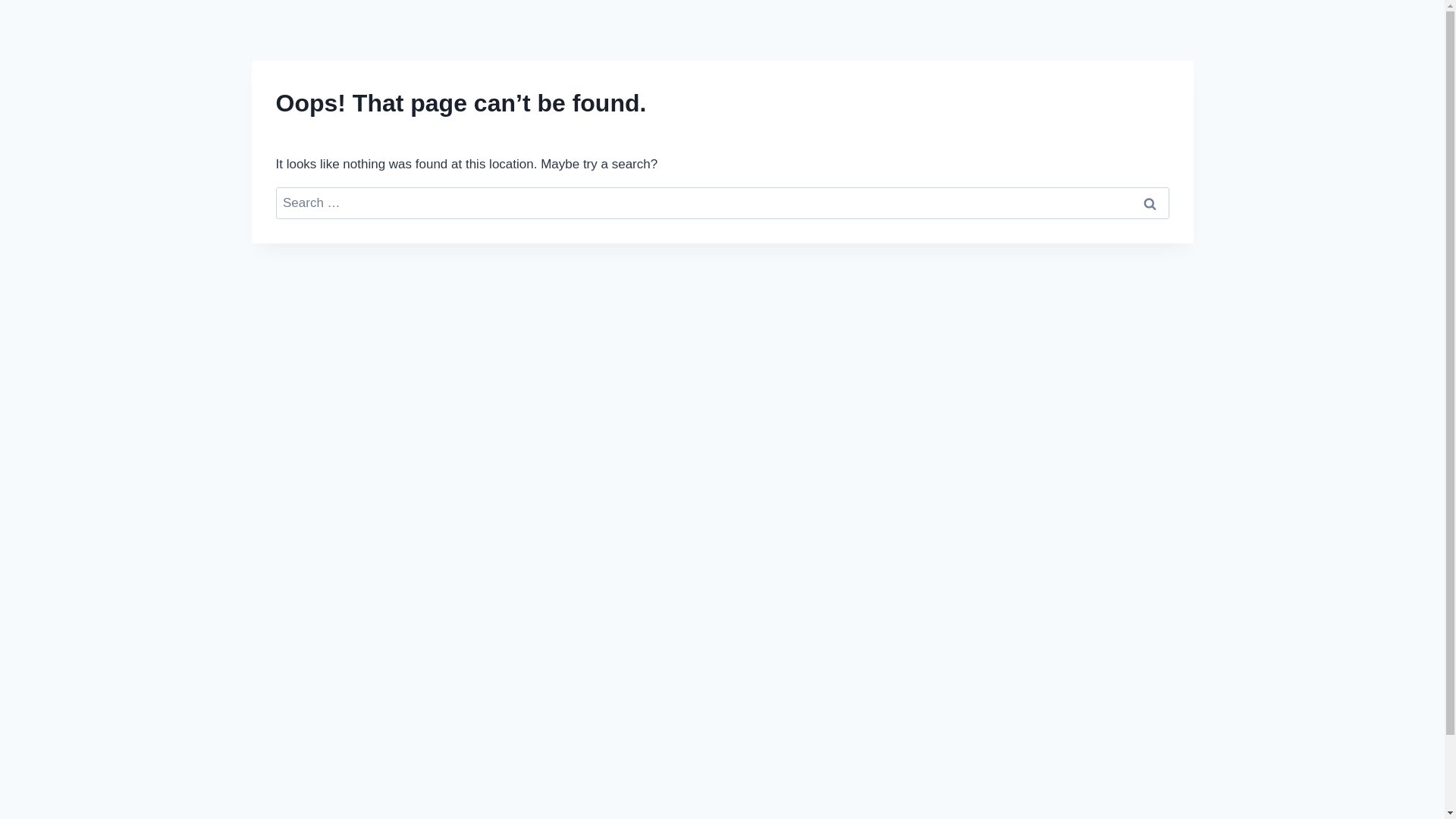  What do you see at coordinates (1150, 202) in the screenshot?
I see `'Search'` at bounding box center [1150, 202].